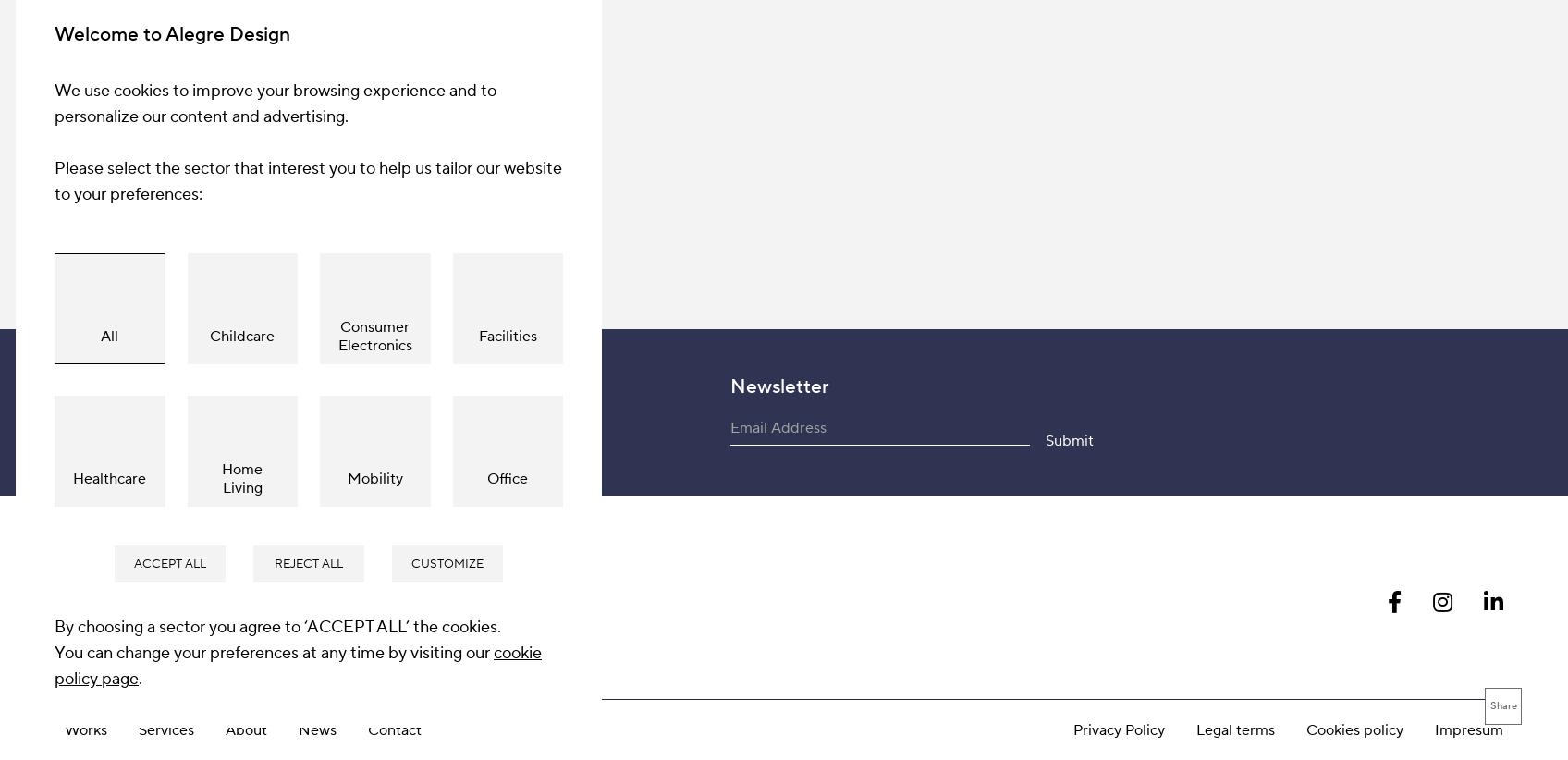 This screenshot has width=1568, height=760. I want to click on 'About', so click(245, 314).